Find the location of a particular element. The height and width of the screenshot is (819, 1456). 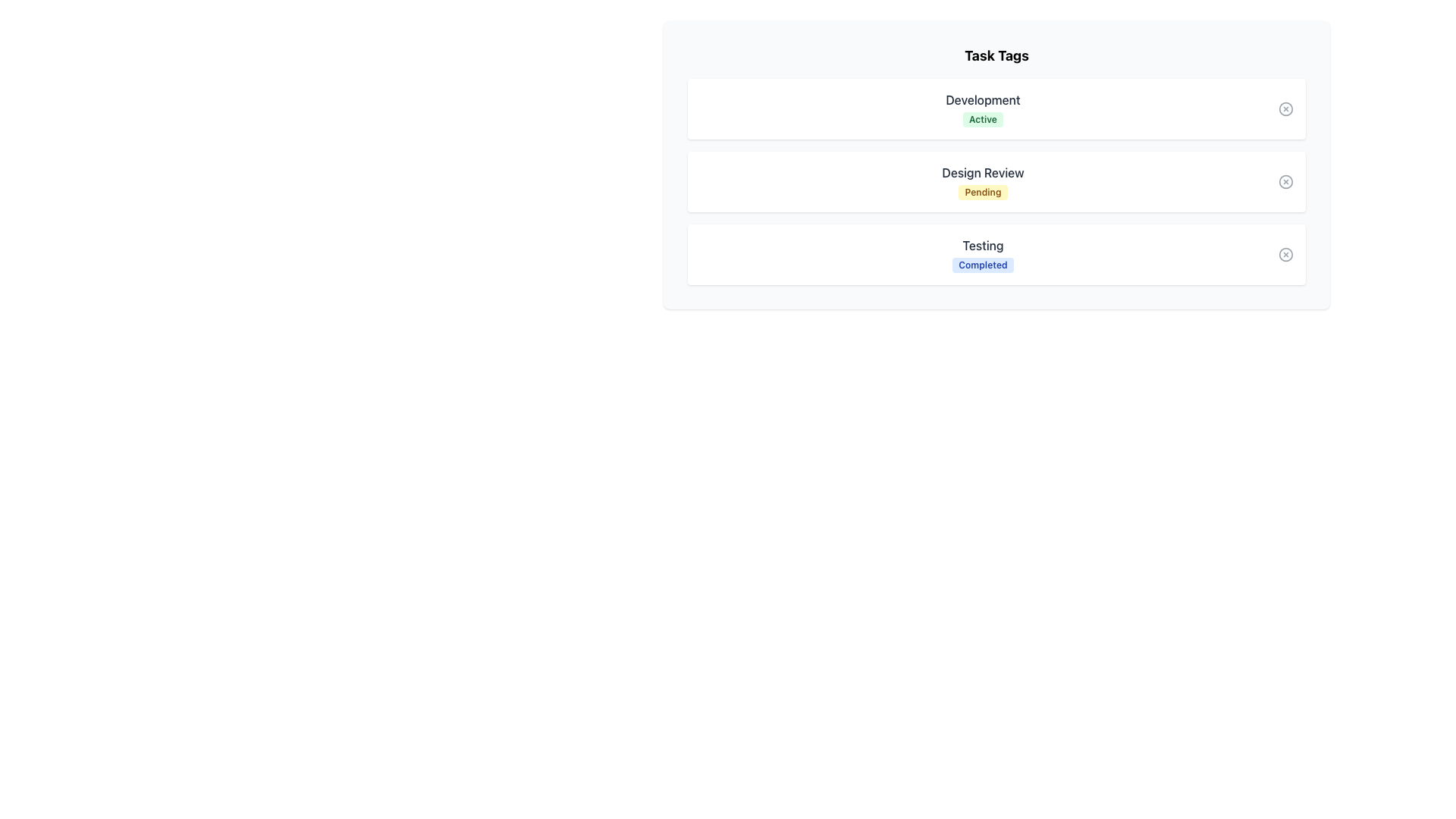

the decorative Circle (SVG graphic) that is part of the iconography for the 'Development' task, located to the far-right of the task row, aligned horizontally with the green 'Active' status label is located at coordinates (1285, 108).